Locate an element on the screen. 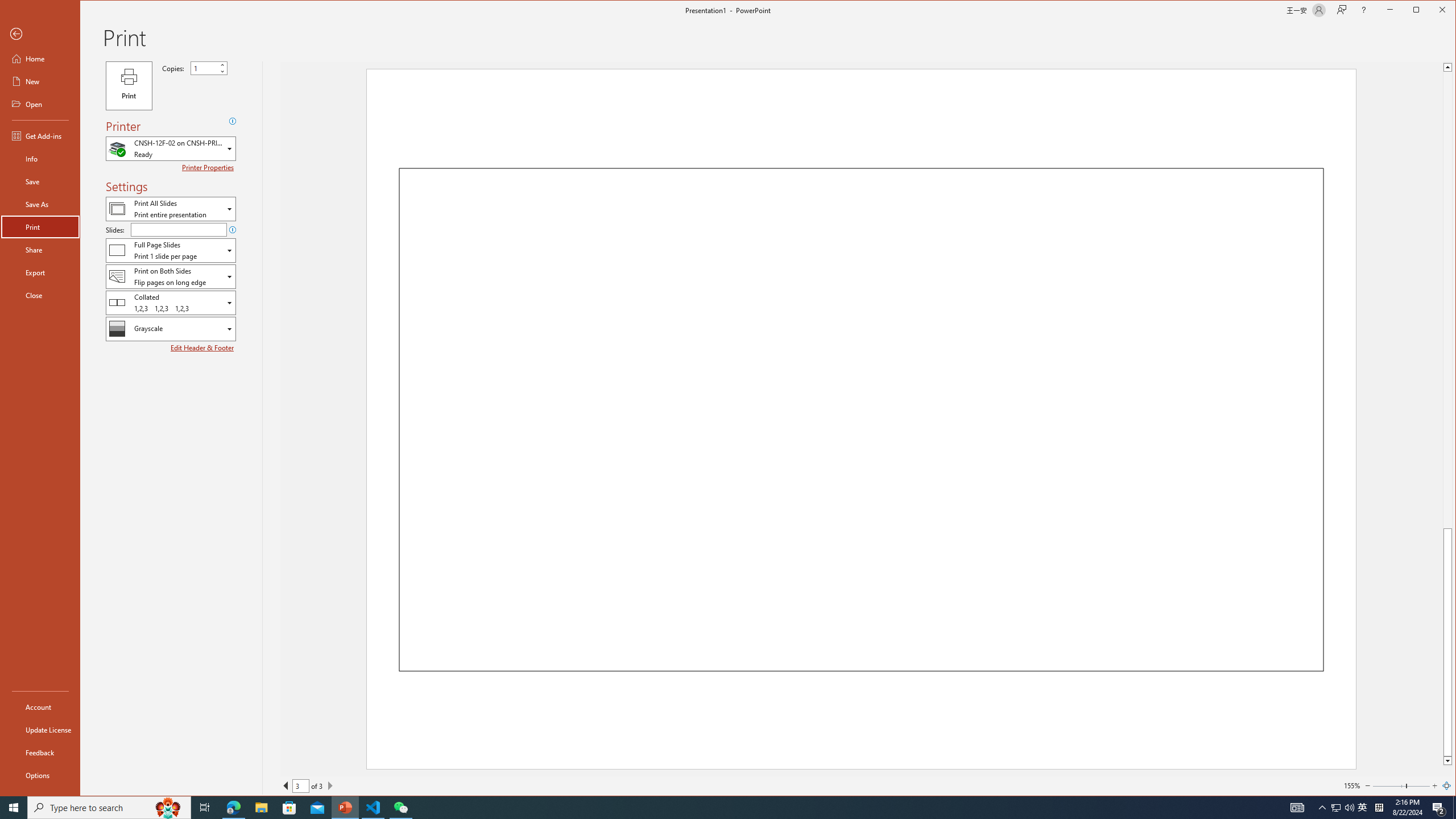 The image size is (1456, 819). 'Account' is located at coordinates (39, 706).